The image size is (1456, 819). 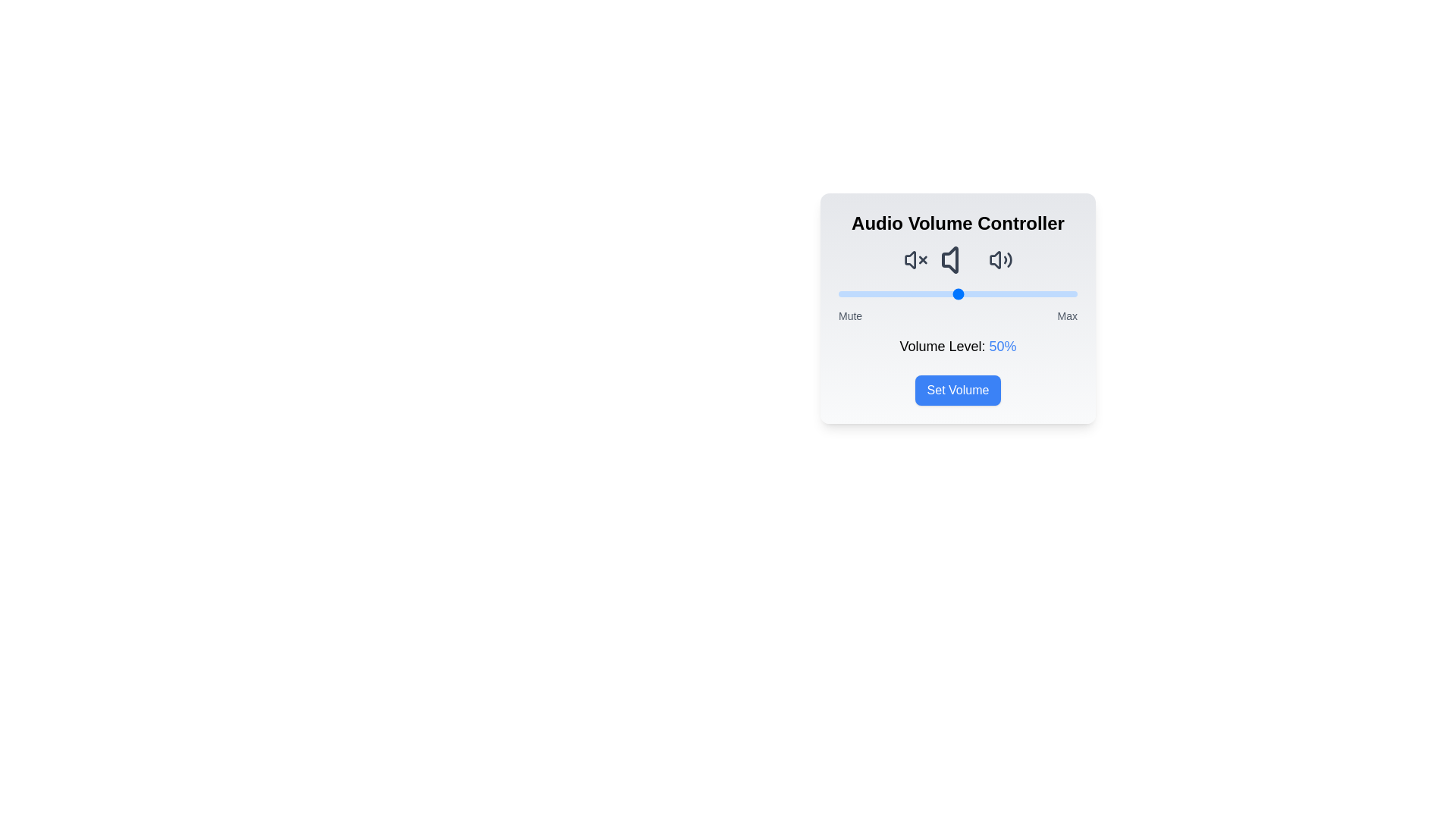 What do you see at coordinates (957, 294) in the screenshot?
I see `the volume slider to 50%` at bounding box center [957, 294].